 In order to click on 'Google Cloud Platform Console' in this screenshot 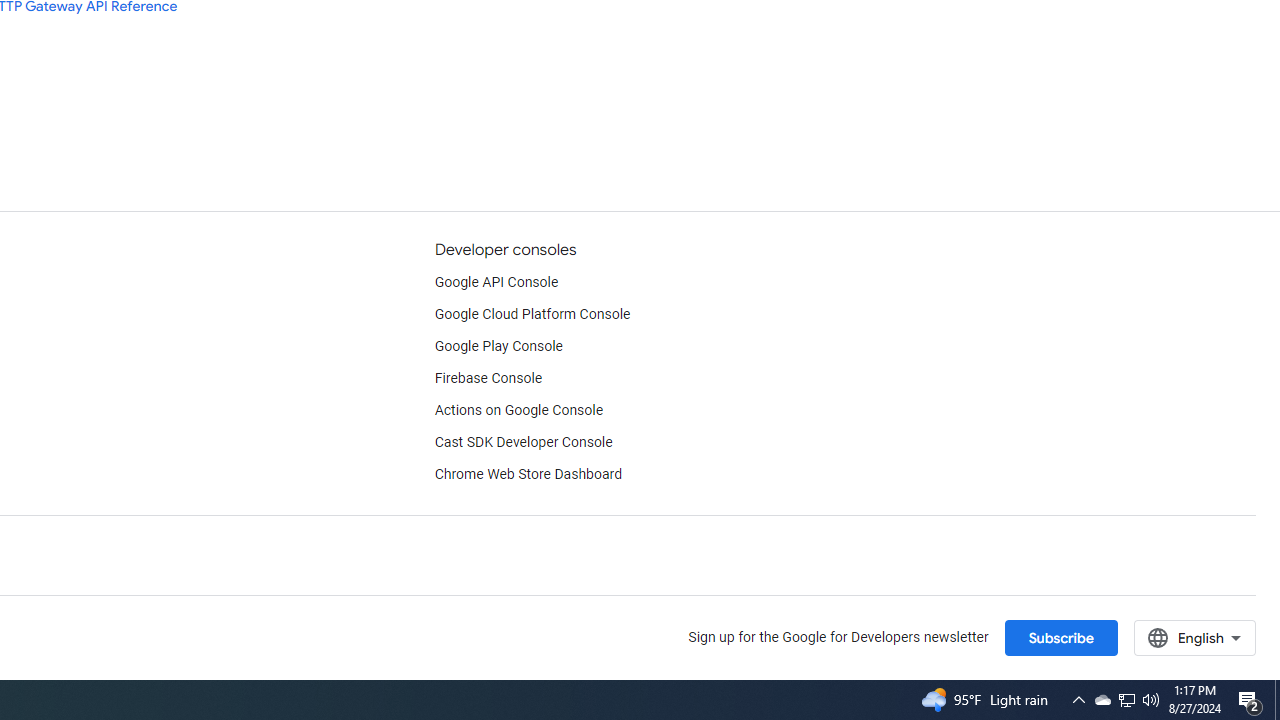, I will do `click(532, 315)`.